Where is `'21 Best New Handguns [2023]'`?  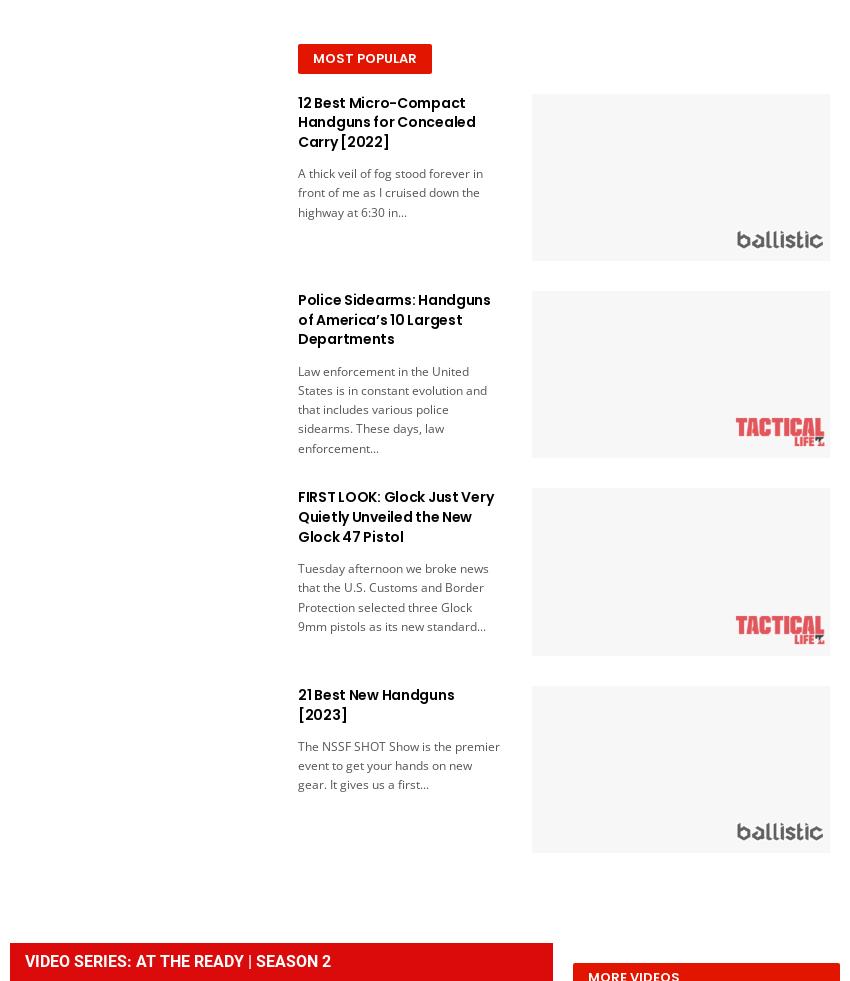 '21 Best New Handguns [2023]' is located at coordinates (374, 703).